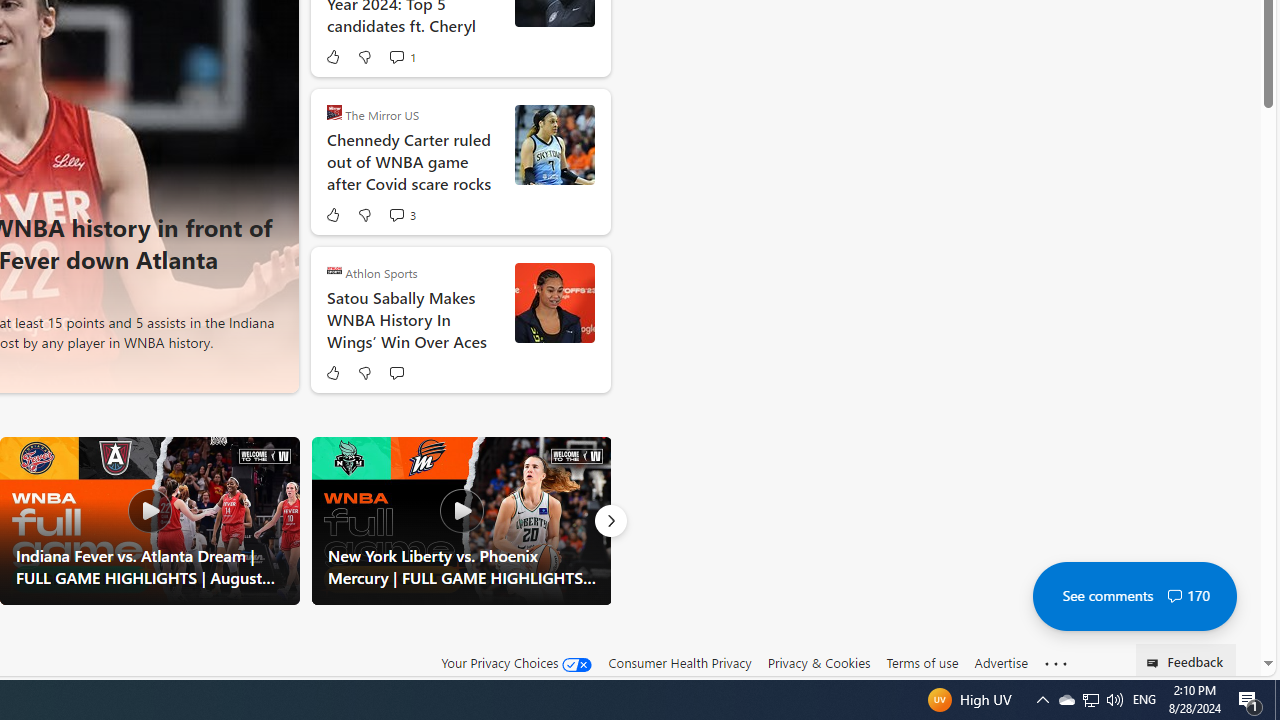  Describe the element at coordinates (1055, 663) in the screenshot. I see `'Class: oneFooter_seeMore-DS-EntryPoint1-1'` at that location.